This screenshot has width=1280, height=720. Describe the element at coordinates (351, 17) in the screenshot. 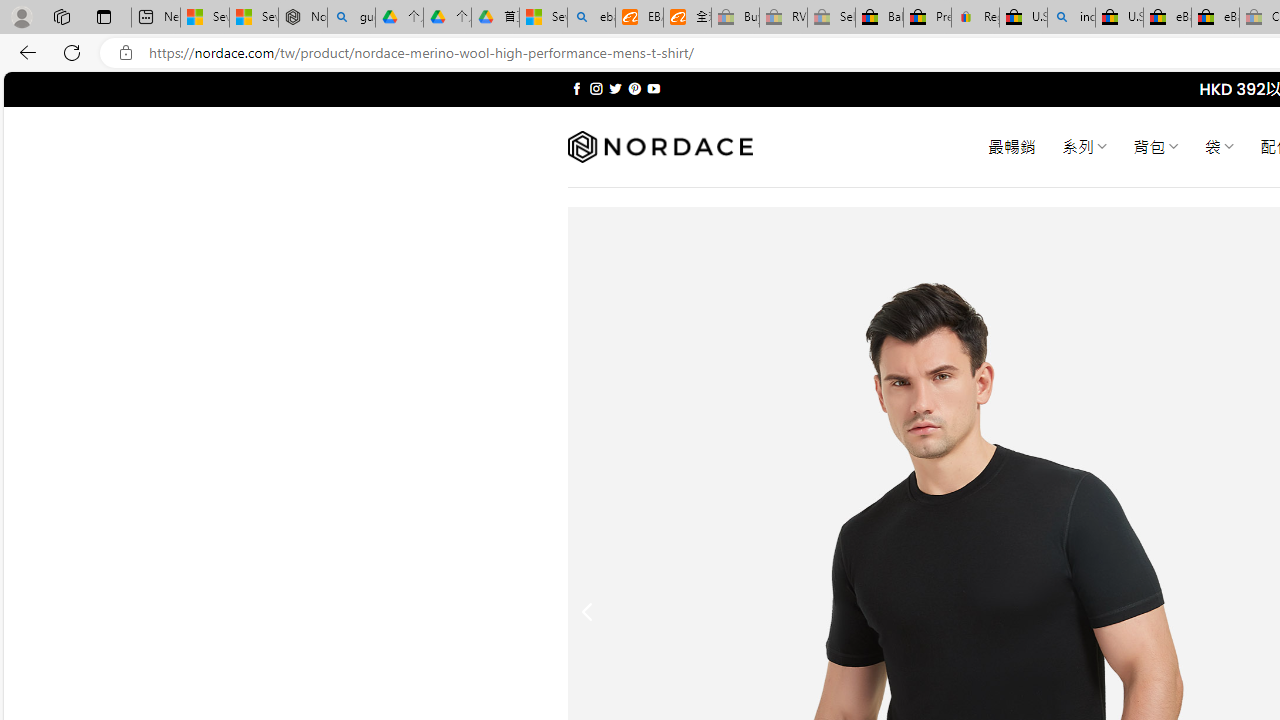

I see `'guge yunpan - Search'` at that location.